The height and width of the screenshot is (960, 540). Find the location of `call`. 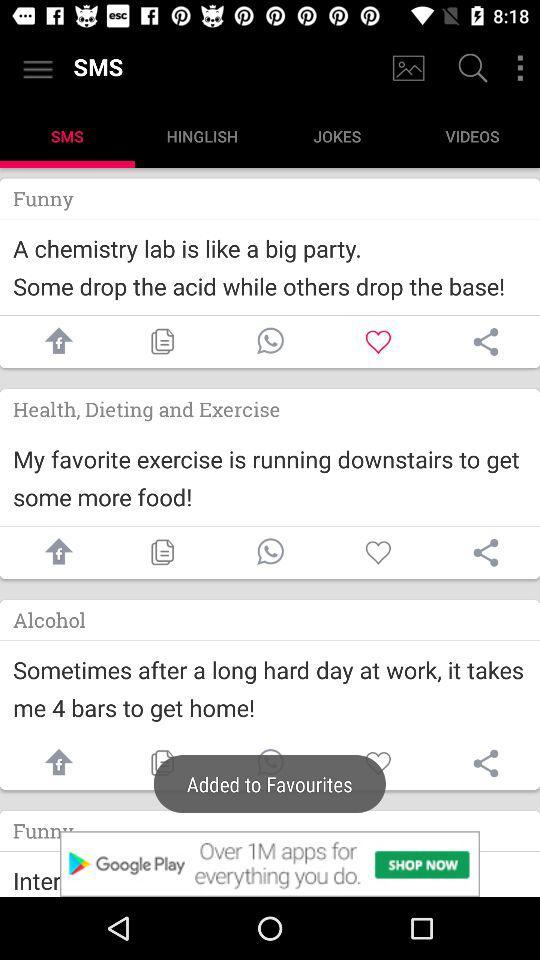

call is located at coordinates (270, 552).